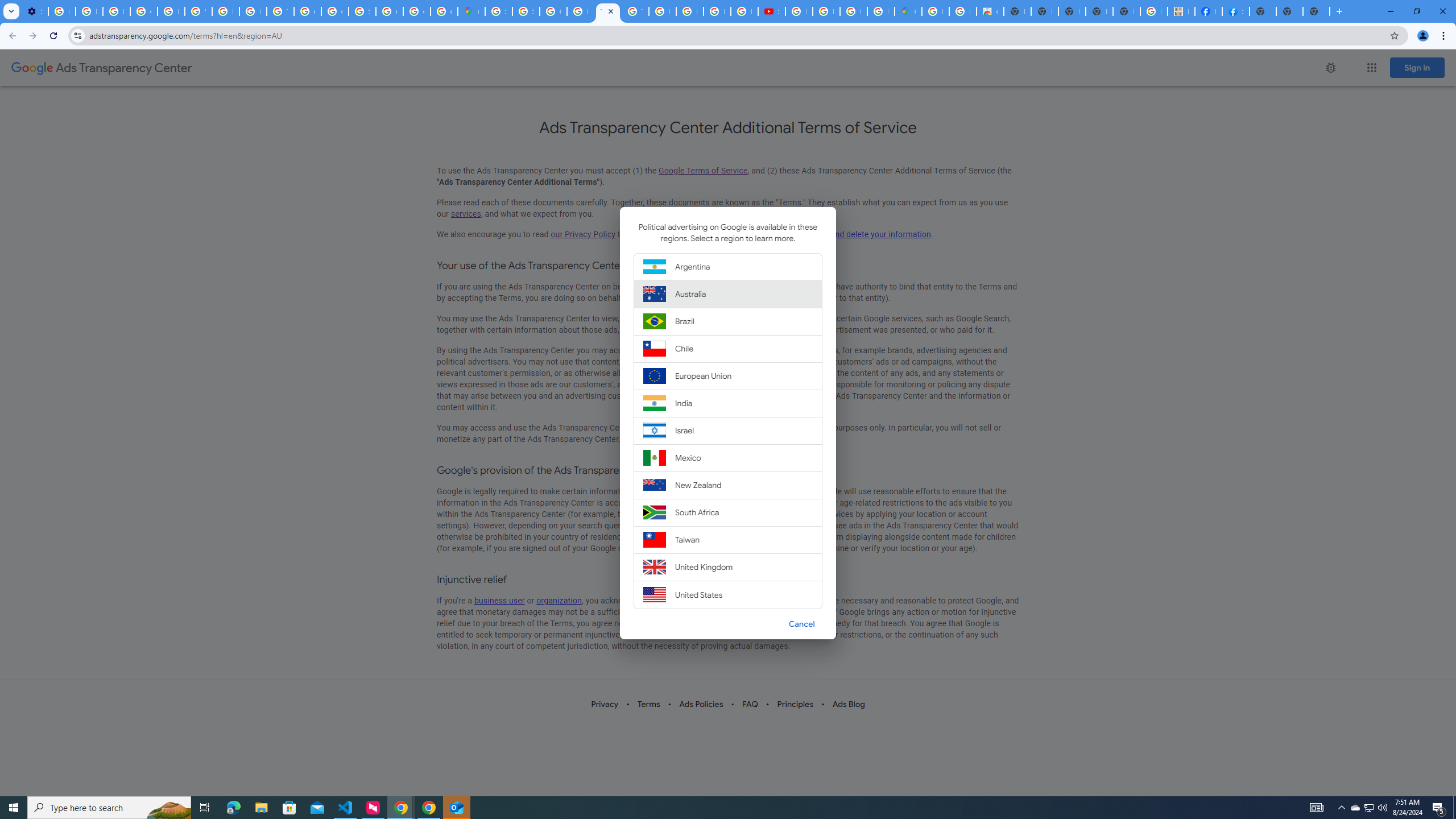  Describe the element at coordinates (1207, 11) in the screenshot. I see `'Miley Cyrus | Facebook'` at that location.